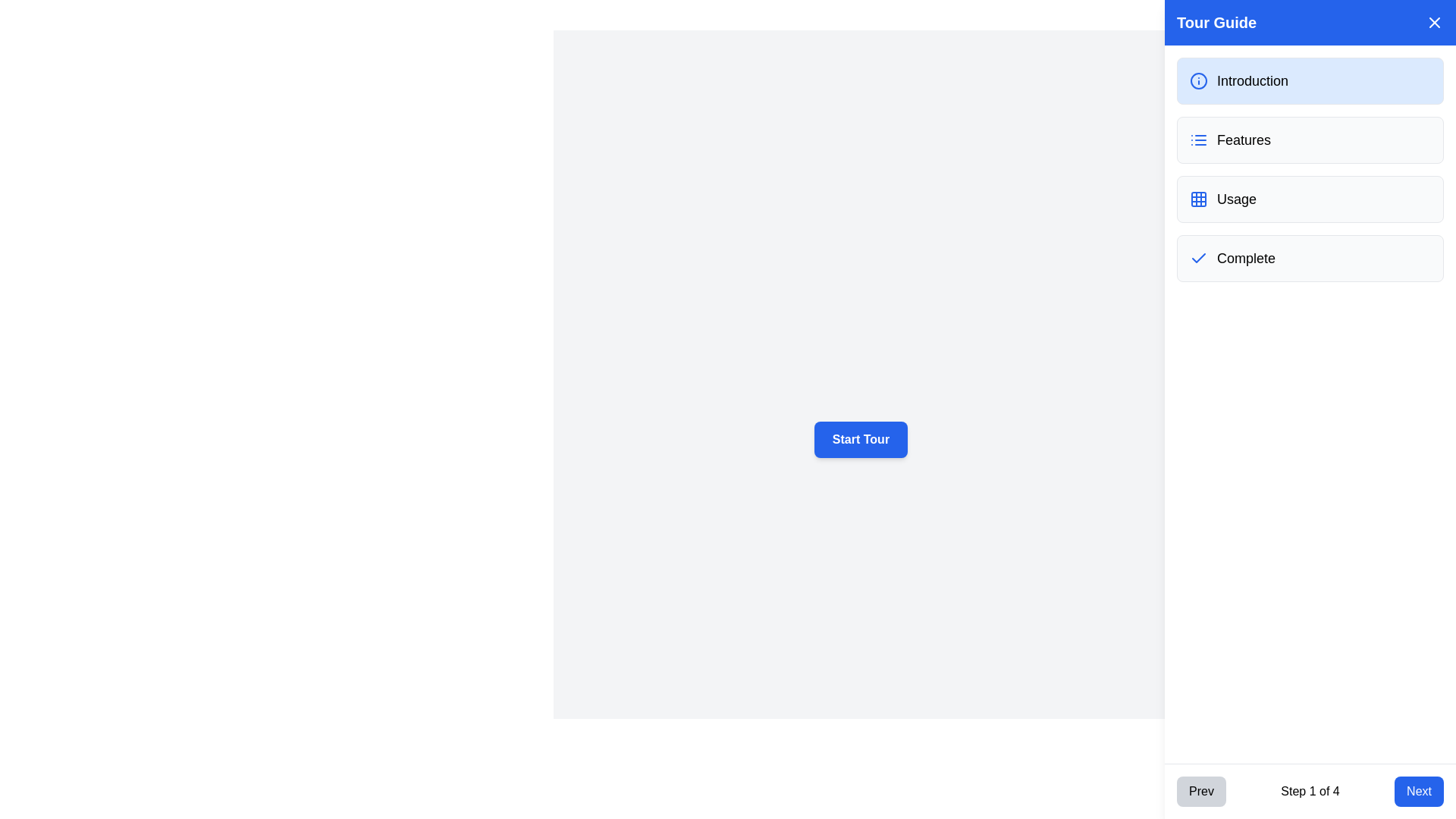 The image size is (1456, 819). Describe the element at coordinates (1197, 198) in the screenshot. I see `the blue rounded square icon located in the top-left cell of the 3x3 grid icon within the 'Tour Guide' sidebar` at that location.